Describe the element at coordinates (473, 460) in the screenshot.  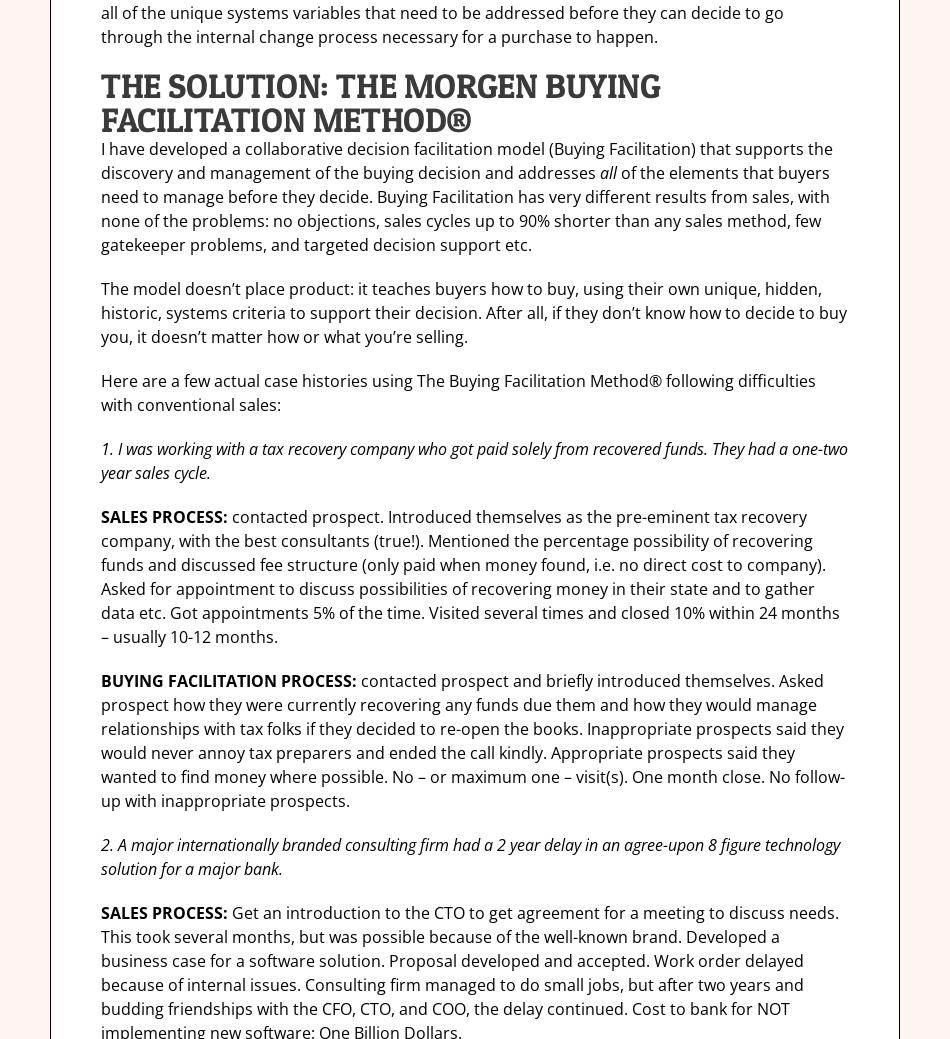
I see `'1. I was working with a tax recovery company who got paid solely from recovered funds. They had a one-two year sales cycle.'` at that location.